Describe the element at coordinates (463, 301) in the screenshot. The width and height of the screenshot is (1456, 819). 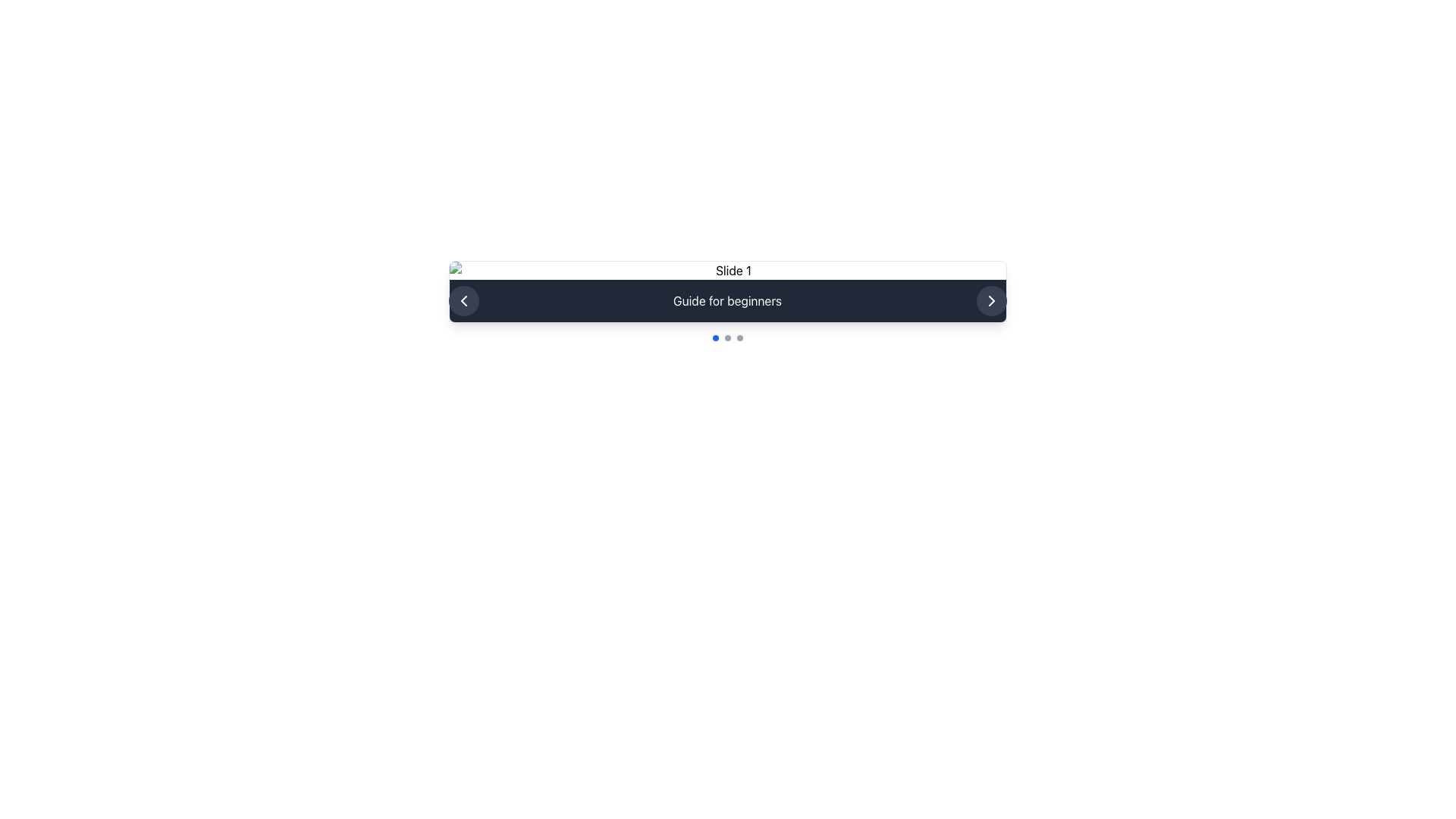
I see `the left navigation button` at that location.